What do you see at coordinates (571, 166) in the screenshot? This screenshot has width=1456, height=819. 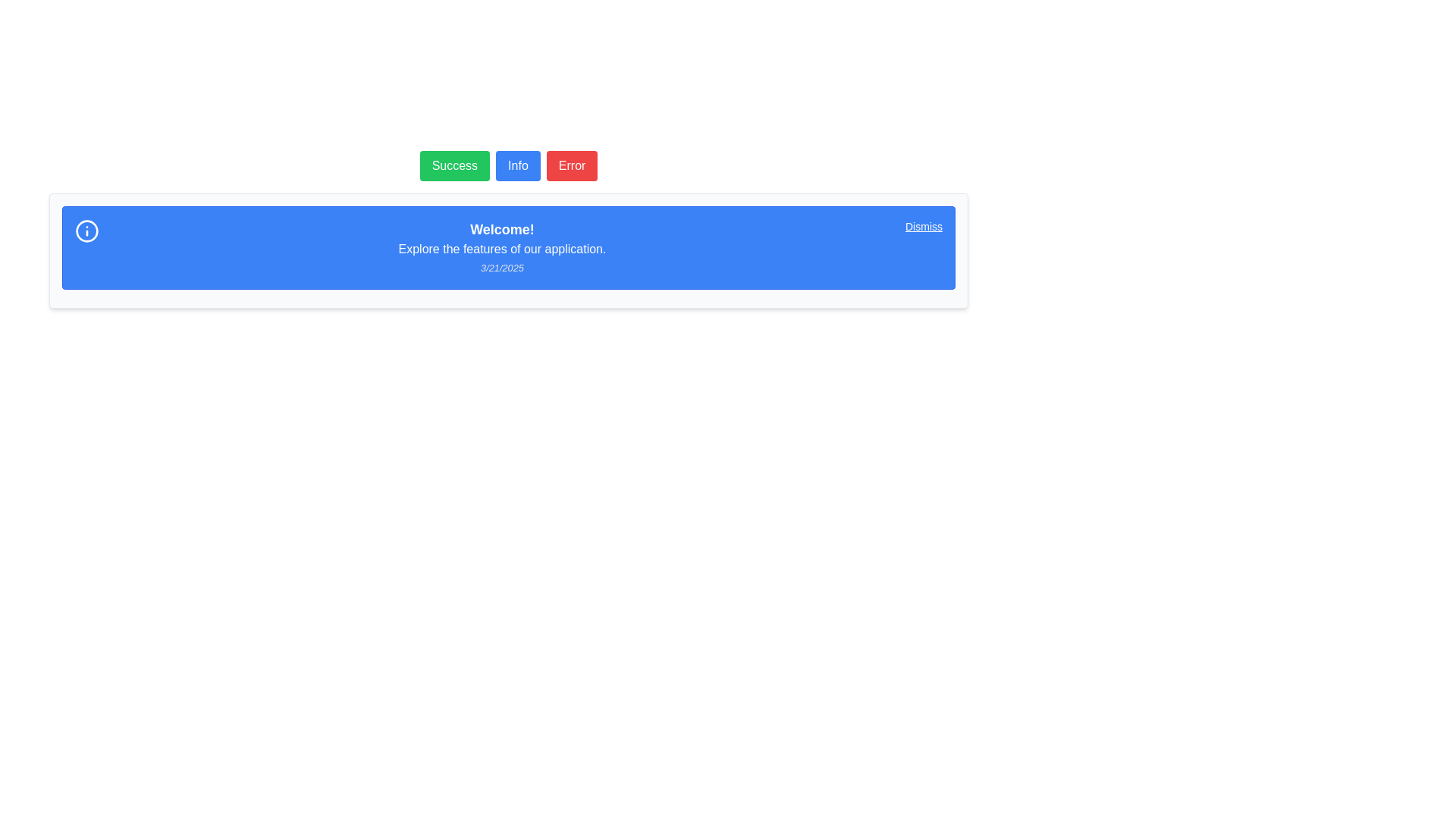 I see `the red 'Error' button with white text` at bounding box center [571, 166].